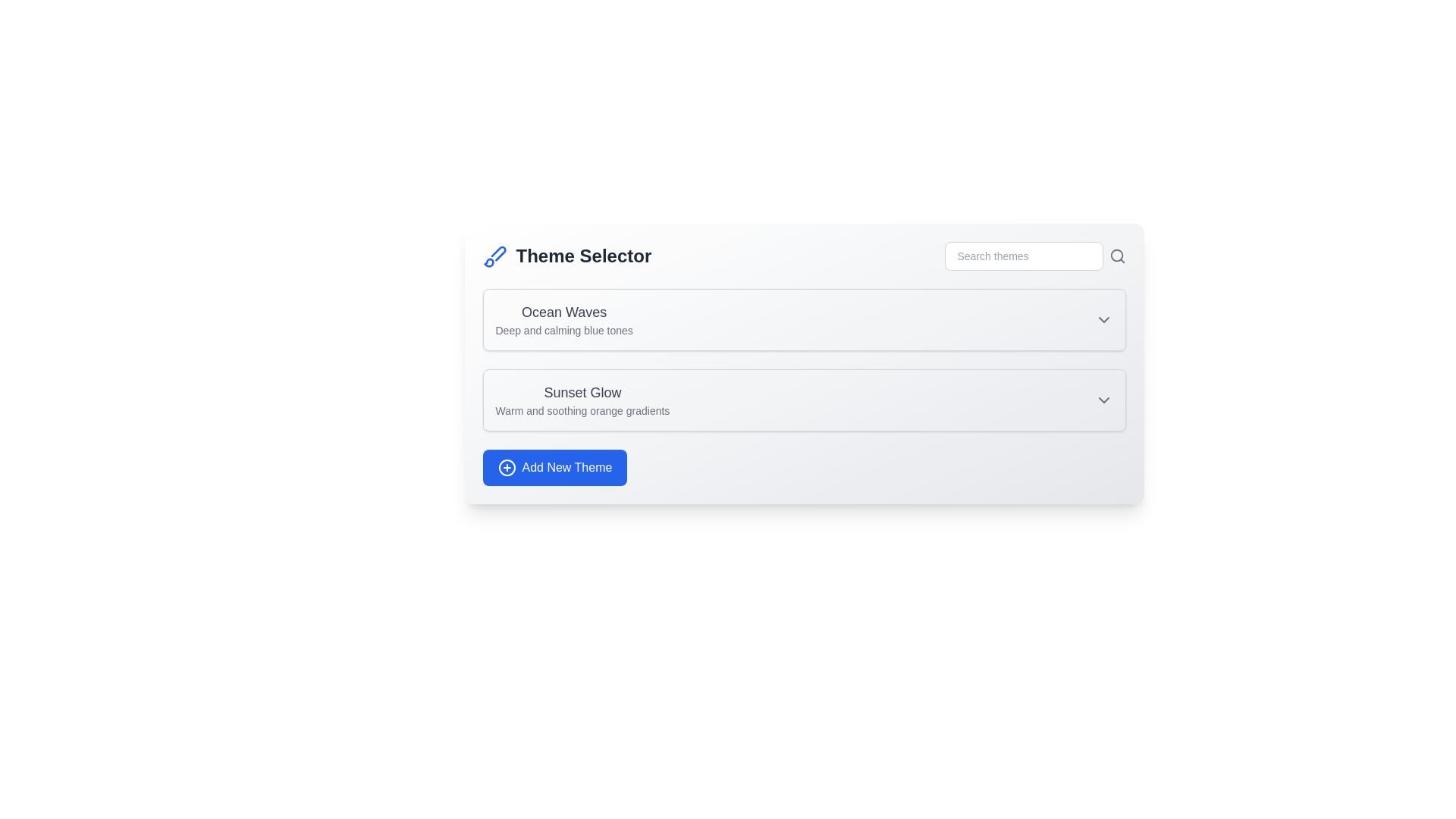  I want to click on the paintbrush icon located to the left of the 'Theme Selector' text in the top-left section of the interface, so click(494, 256).